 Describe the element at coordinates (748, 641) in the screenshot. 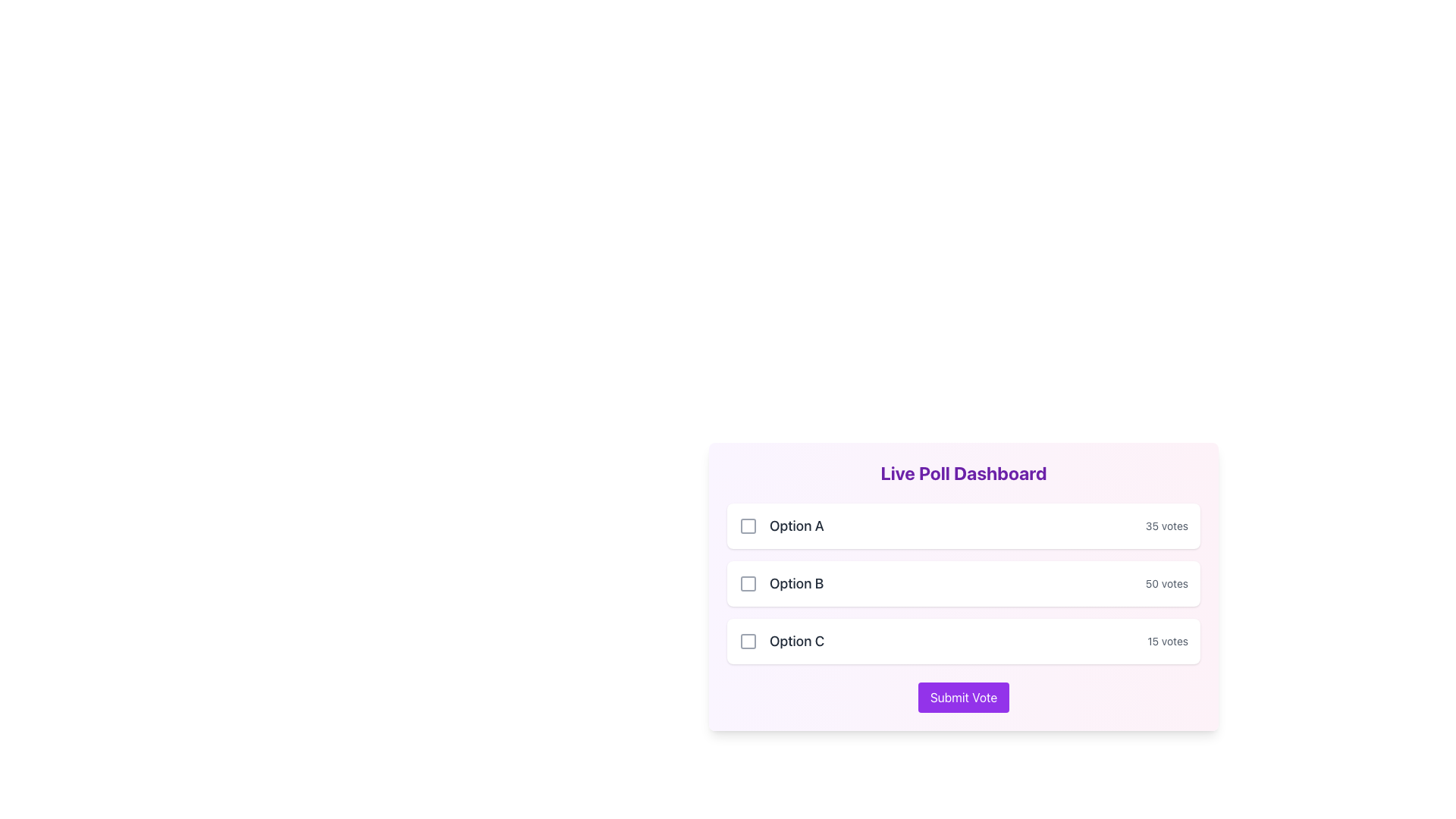

I see `the checkbox associated with 'Option C' in the Live Poll Dashboard` at that location.